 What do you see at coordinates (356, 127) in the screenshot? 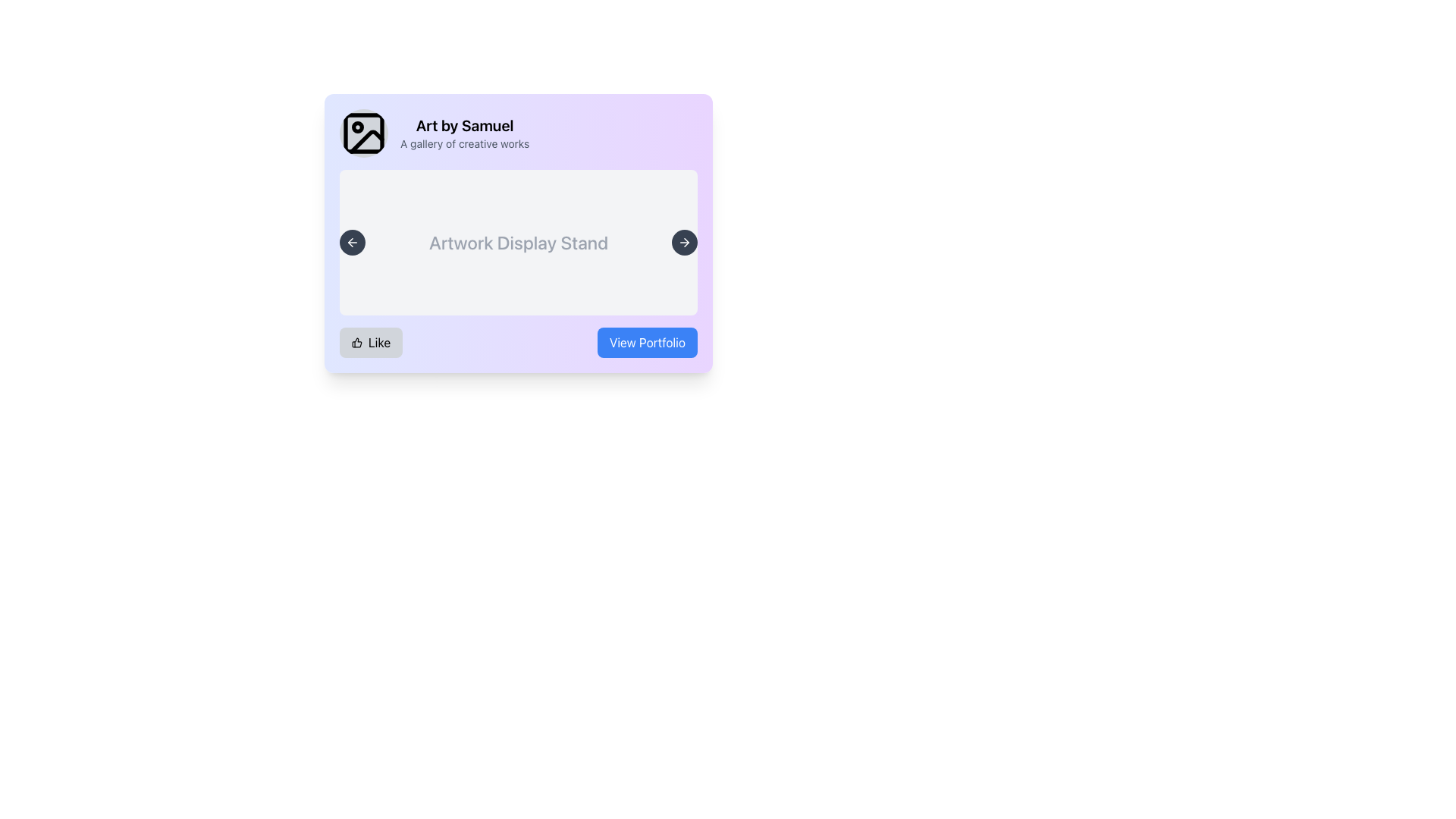
I see `the small circular shape within the framed image icon located at the top-left corner of the rectangular card` at bounding box center [356, 127].